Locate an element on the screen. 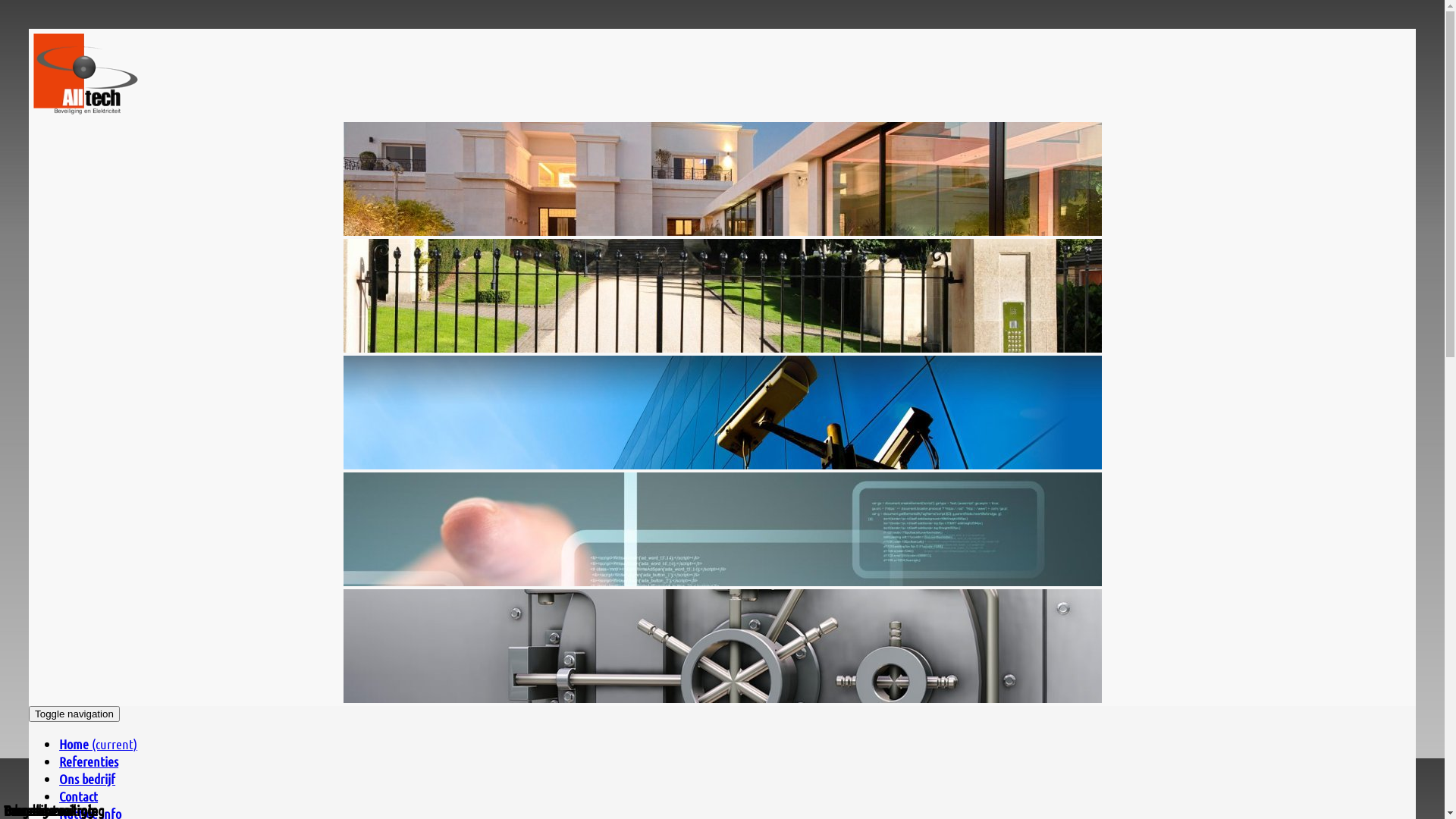 This screenshot has width=1456, height=819. 'Referenties' is located at coordinates (87, 761).